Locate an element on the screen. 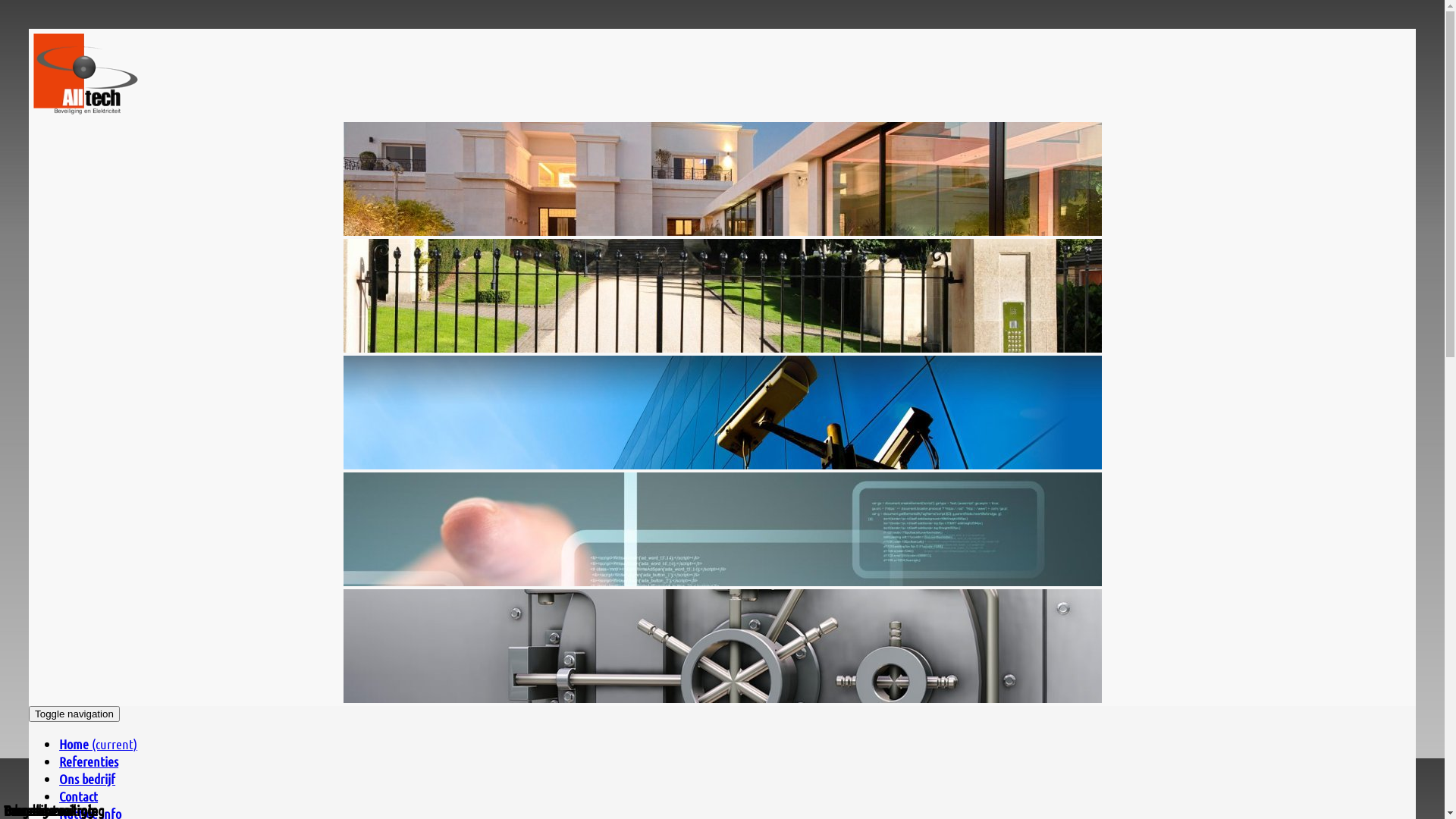 This screenshot has width=1456, height=819. 'Referenties' is located at coordinates (87, 761).